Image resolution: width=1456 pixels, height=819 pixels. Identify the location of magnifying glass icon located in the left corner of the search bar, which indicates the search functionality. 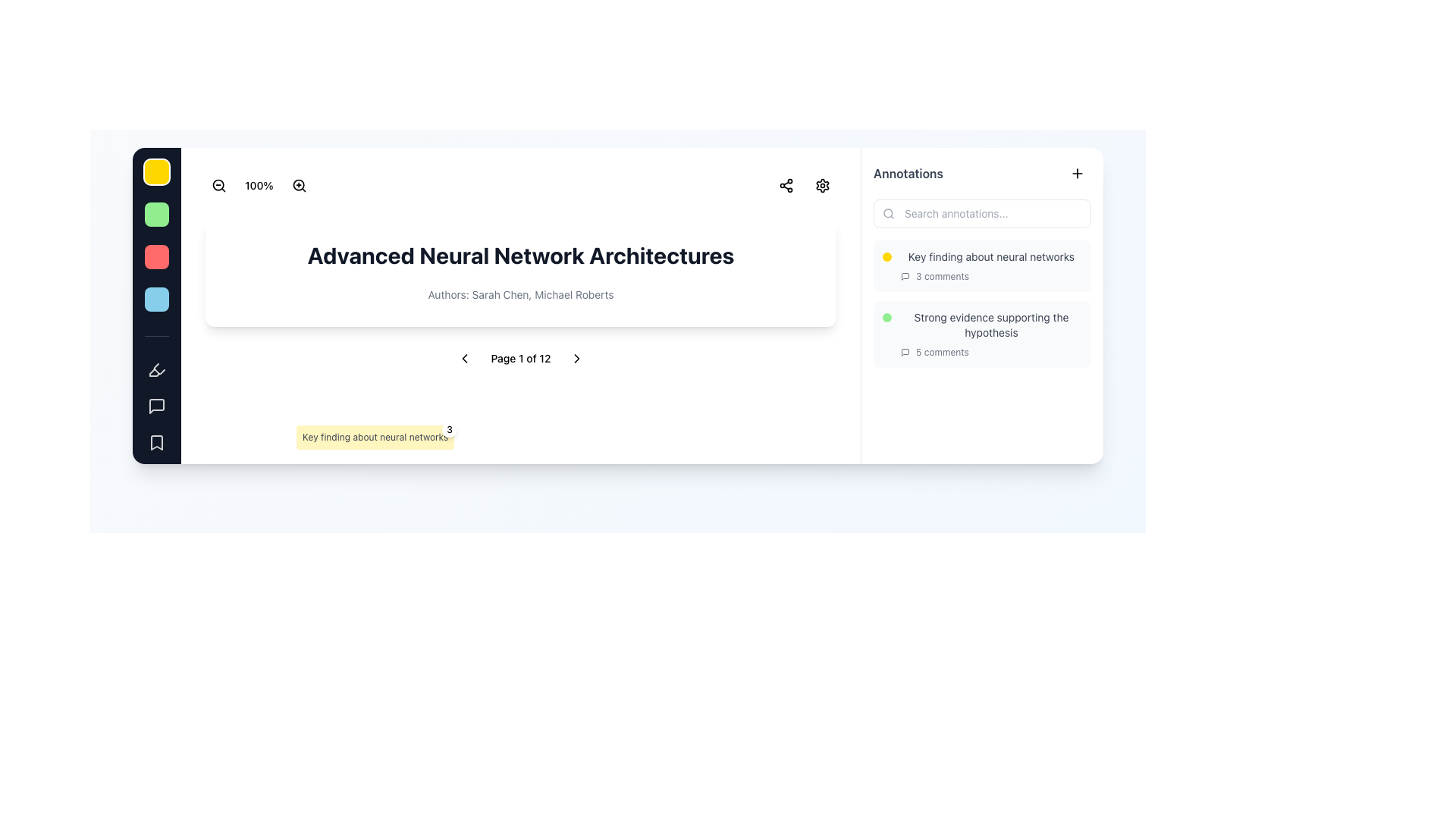
(888, 213).